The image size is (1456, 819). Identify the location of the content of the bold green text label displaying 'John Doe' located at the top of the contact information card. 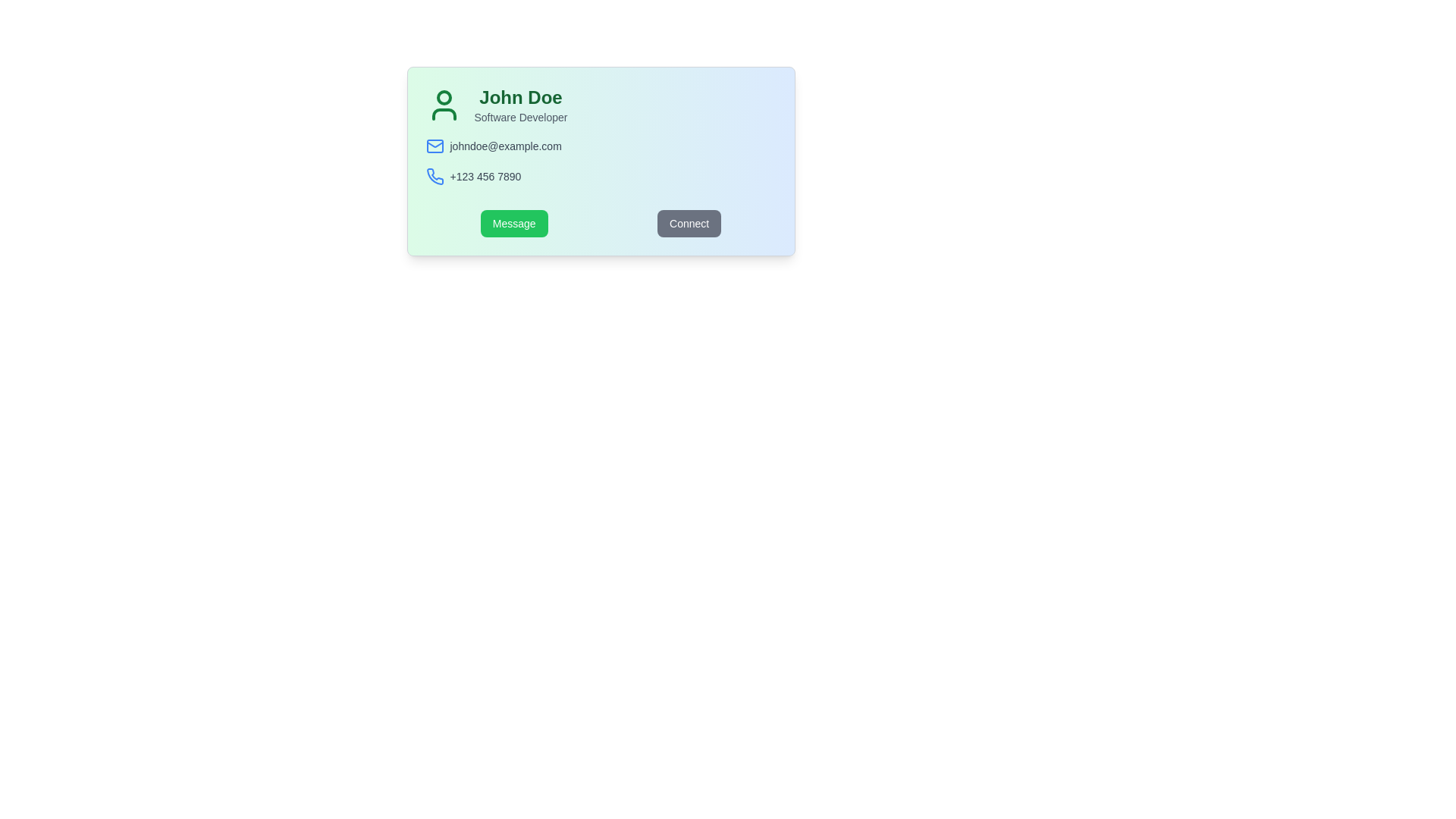
(520, 97).